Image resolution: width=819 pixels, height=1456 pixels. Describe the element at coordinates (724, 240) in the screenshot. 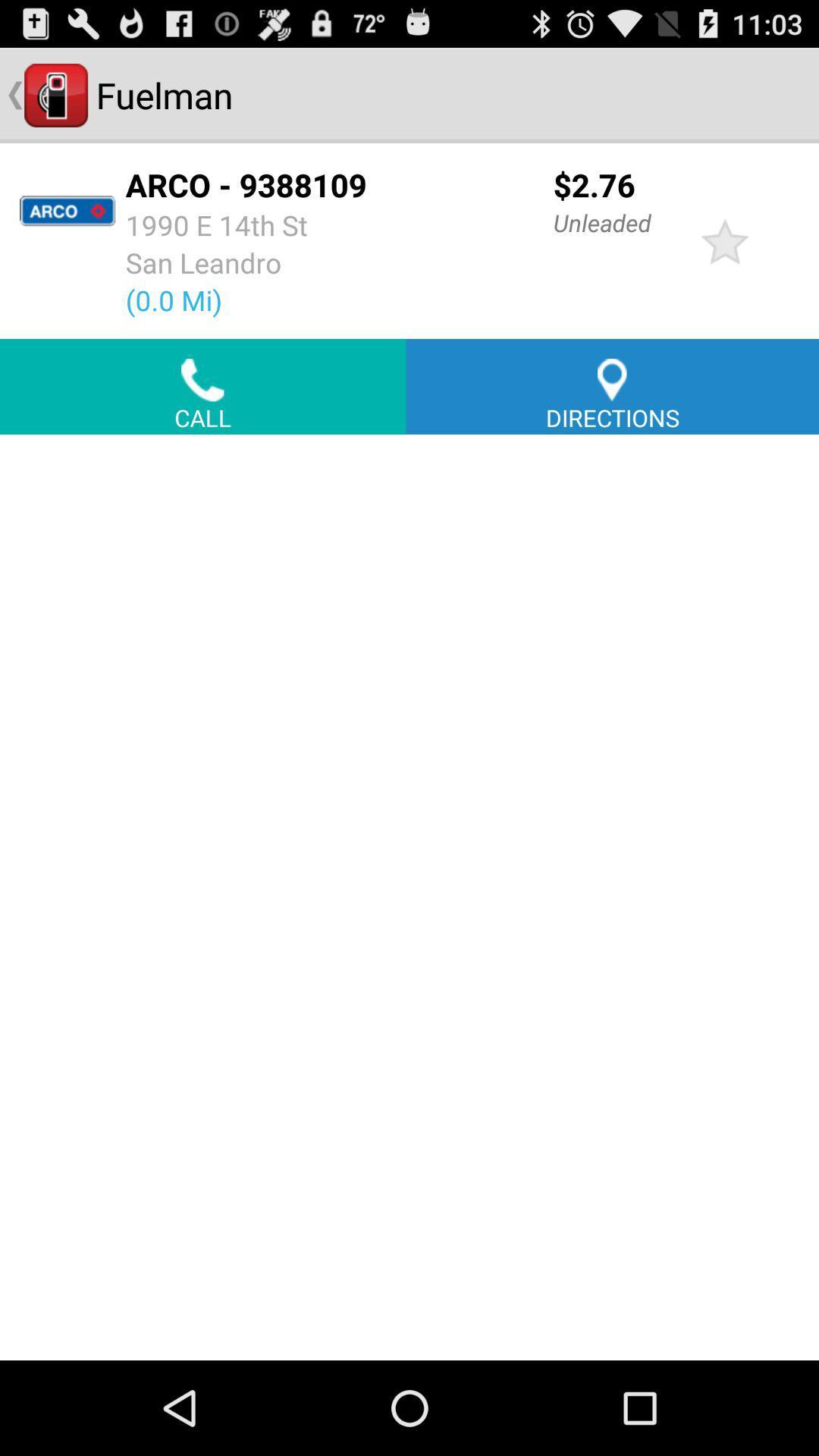

I see `item to the right of the unleaded` at that location.